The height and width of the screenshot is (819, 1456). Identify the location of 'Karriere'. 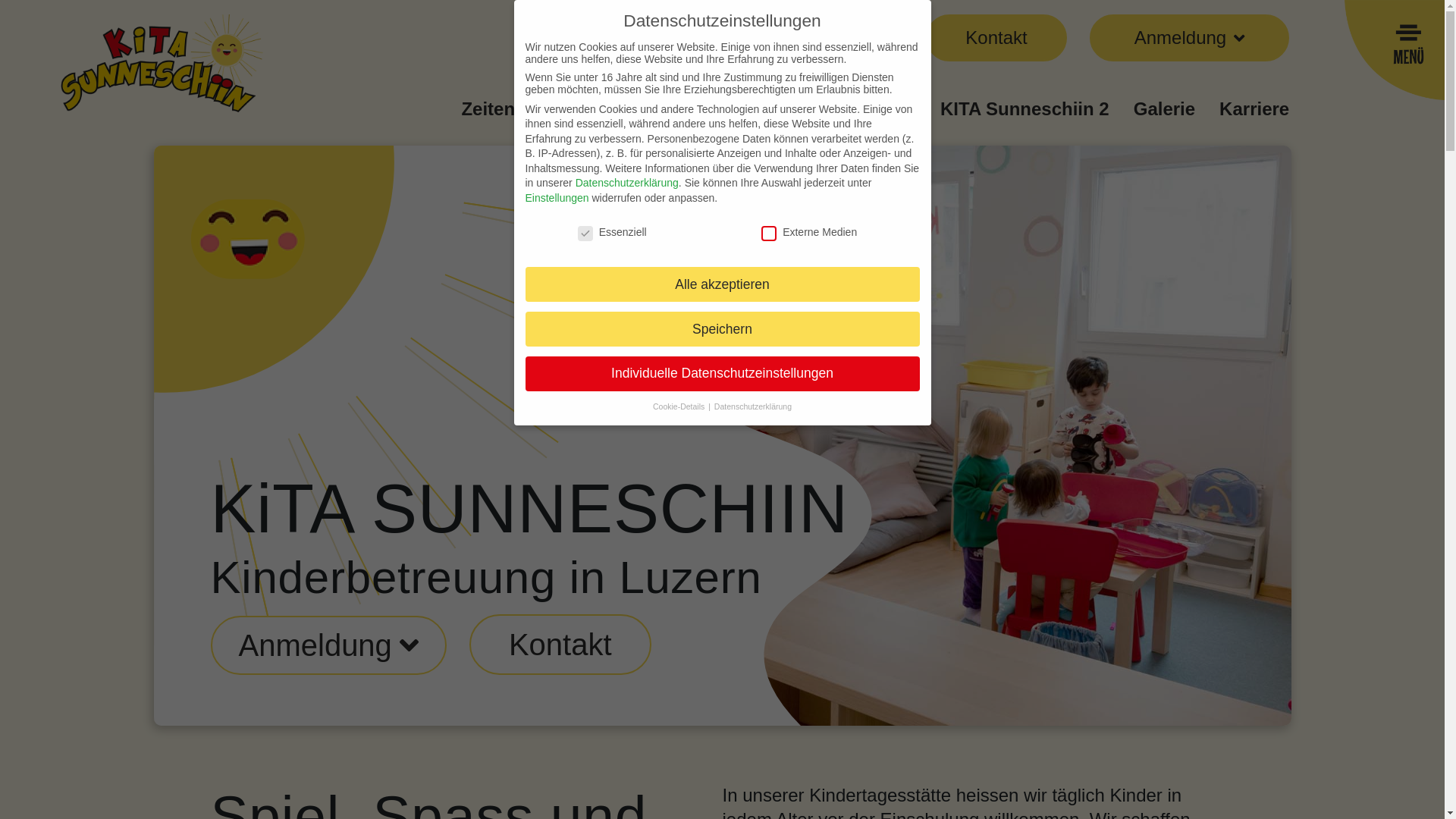
(1254, 108).